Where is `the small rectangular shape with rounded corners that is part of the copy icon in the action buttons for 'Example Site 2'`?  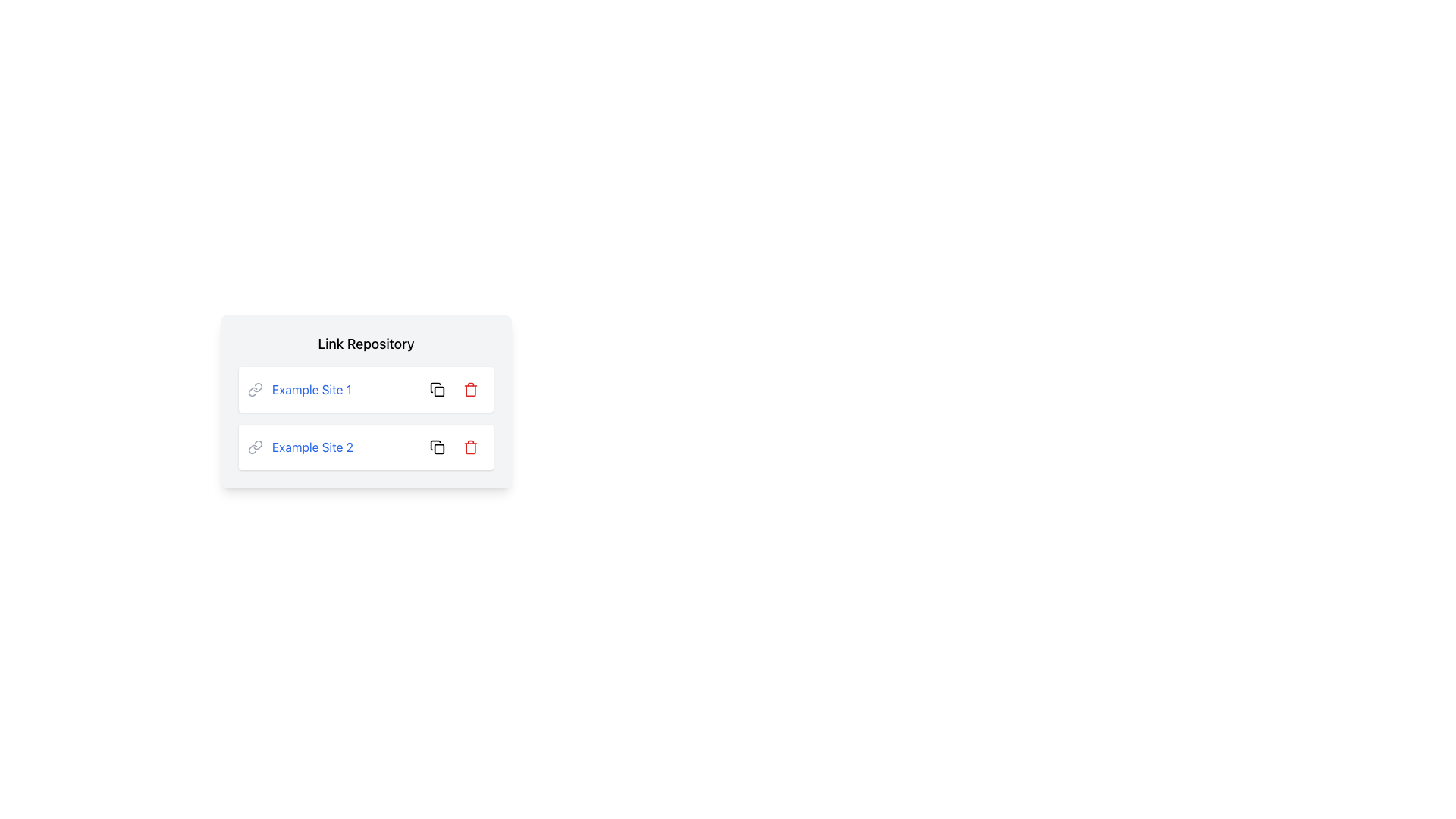
the small rectangular shape with rounded corners that is part of the copy icon in the action buttons for 'Example Site 2' is located at coordinates (438, 448).